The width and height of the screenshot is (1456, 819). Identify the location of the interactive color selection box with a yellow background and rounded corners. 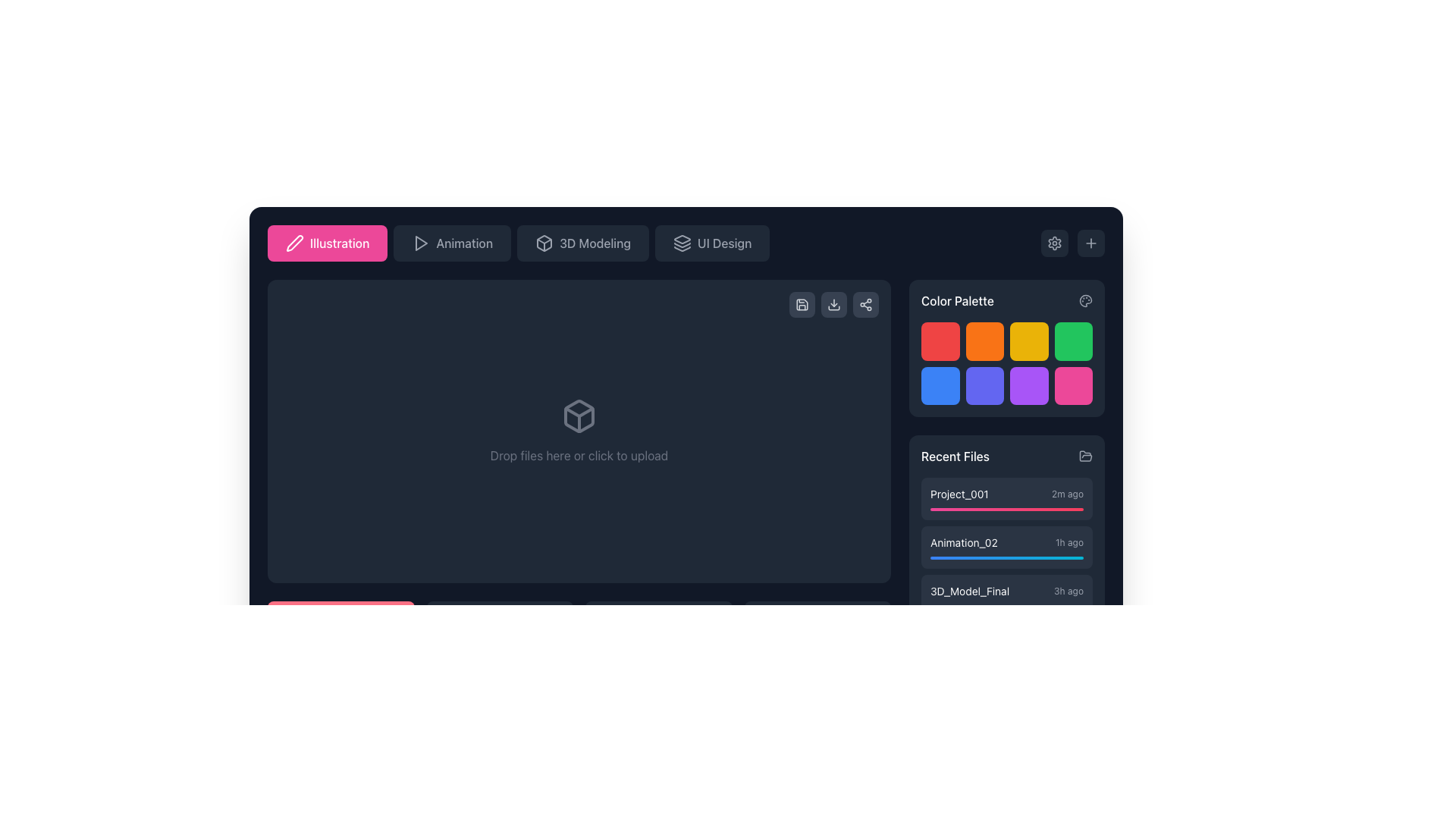
(1029, 341).